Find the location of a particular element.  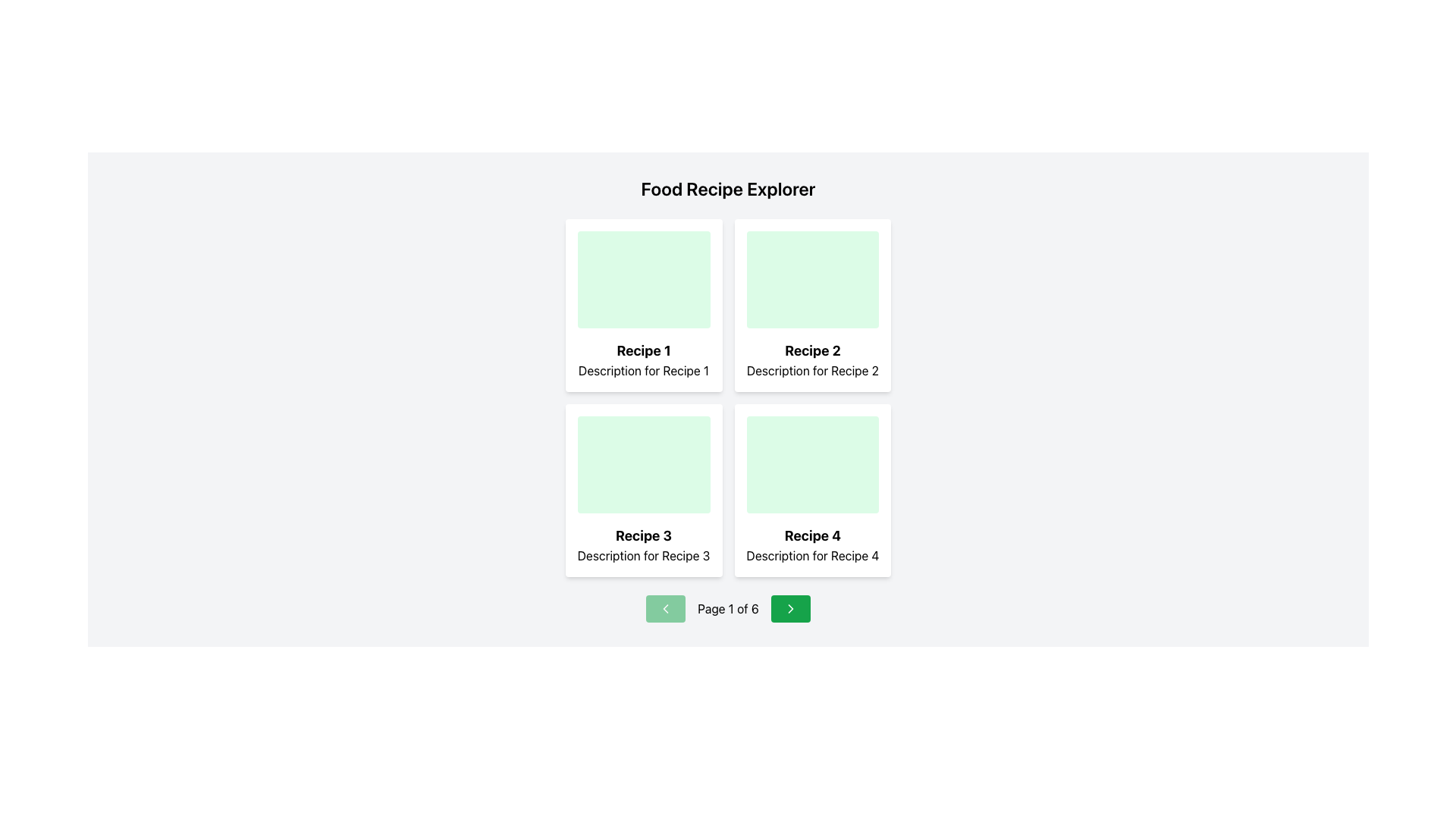

the information Label located at the bottom-center of the visible content, which indicates the current page in the paginated sequence is located at coordinates (728, 607).